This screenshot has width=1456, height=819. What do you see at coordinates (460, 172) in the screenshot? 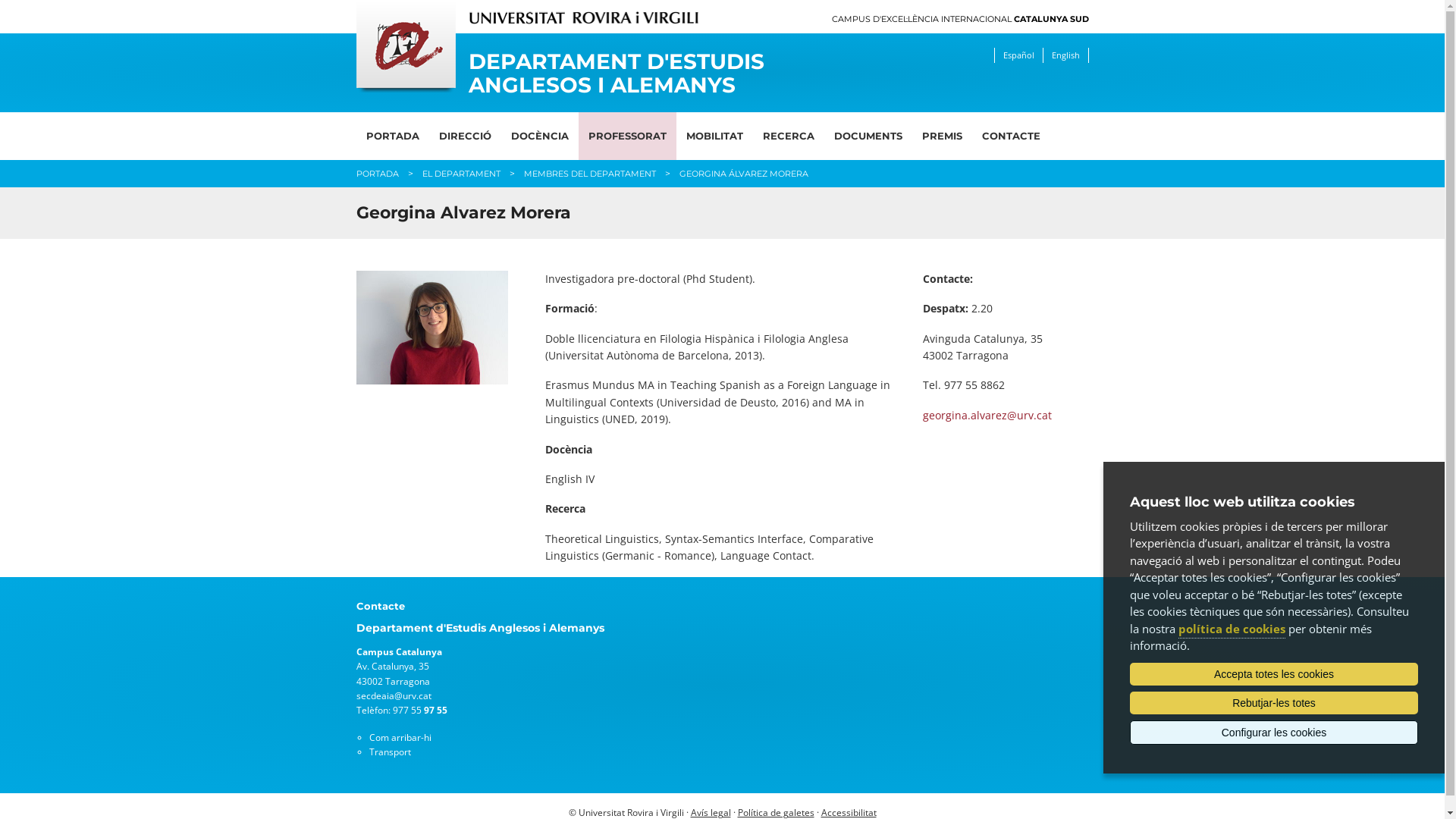
I see `'EL DEPARTAMENT'` at bounding box center [460, 172].